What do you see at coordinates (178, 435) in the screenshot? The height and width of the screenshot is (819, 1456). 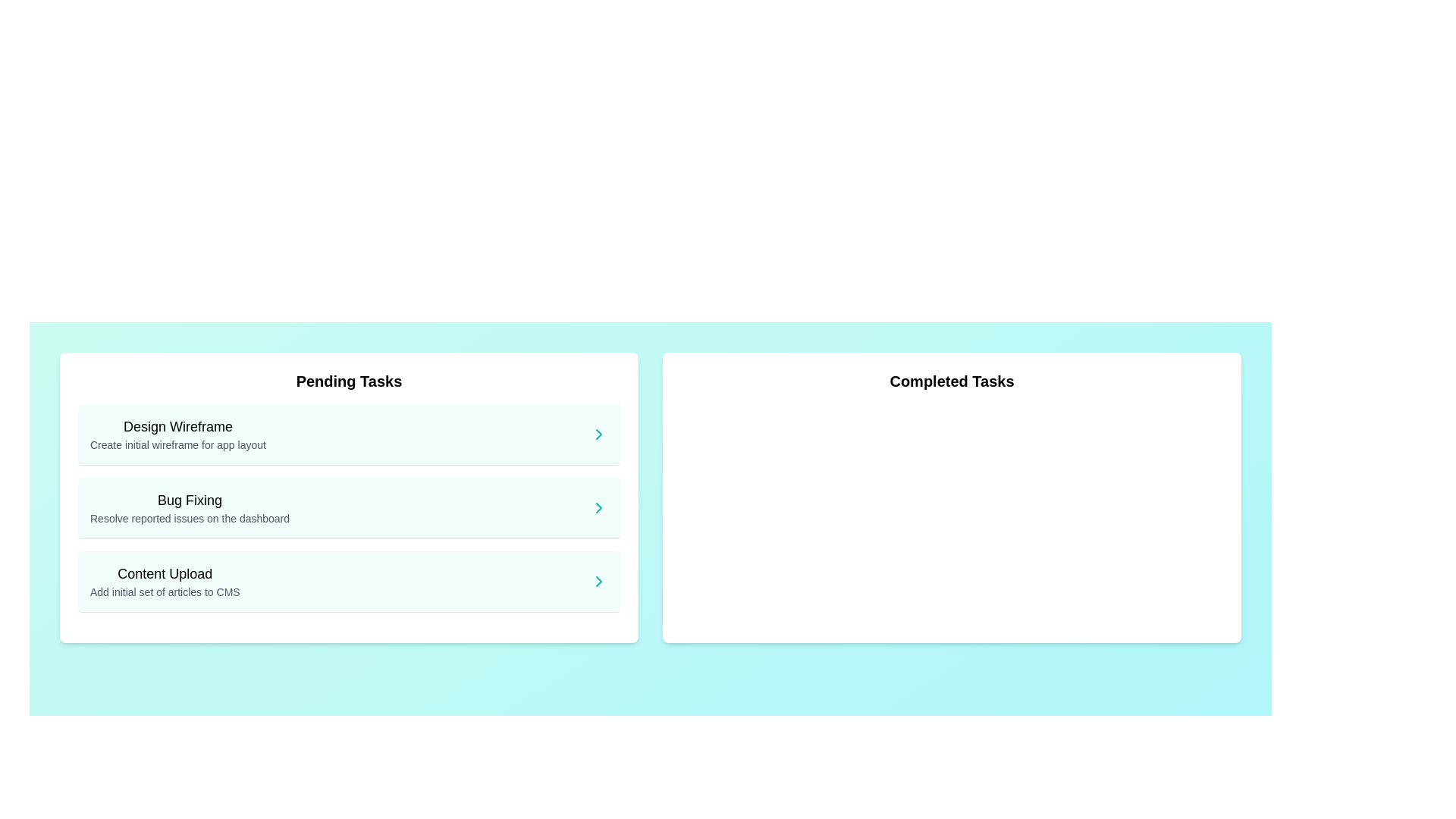 I see `the 'Design Wireframe' Text Display element located in the 'Pending Tasks' section, which contains the title 'Design Wireframe' and subtitle 'Create initial wireframe for app layout'` at bounding box center [178, 435].